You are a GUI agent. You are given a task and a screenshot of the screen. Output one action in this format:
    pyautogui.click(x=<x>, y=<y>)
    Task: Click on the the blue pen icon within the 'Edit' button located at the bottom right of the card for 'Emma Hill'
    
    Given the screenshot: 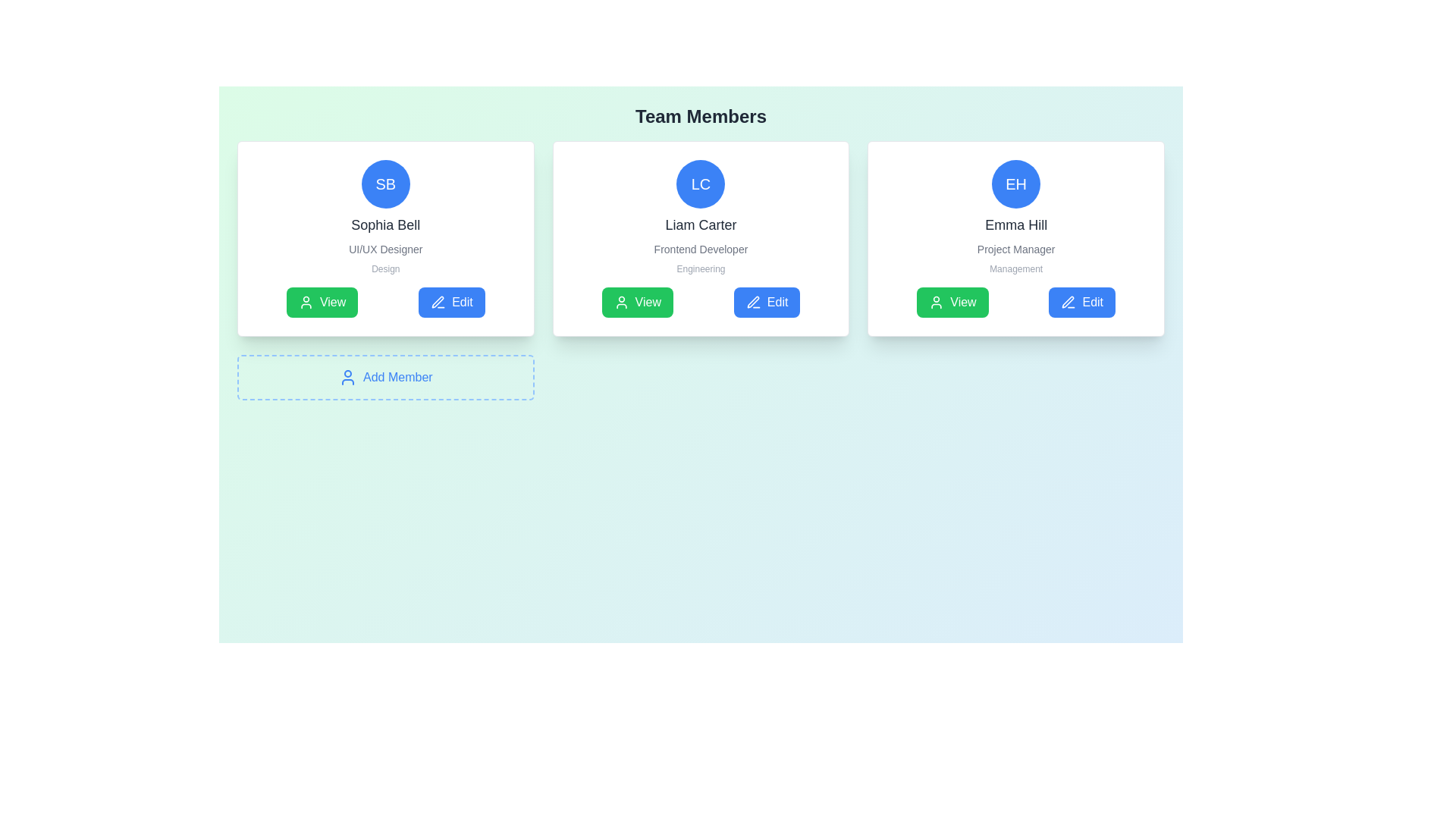 What is the action you would take?
    pyautogui.click(x=1068, y=302)
    